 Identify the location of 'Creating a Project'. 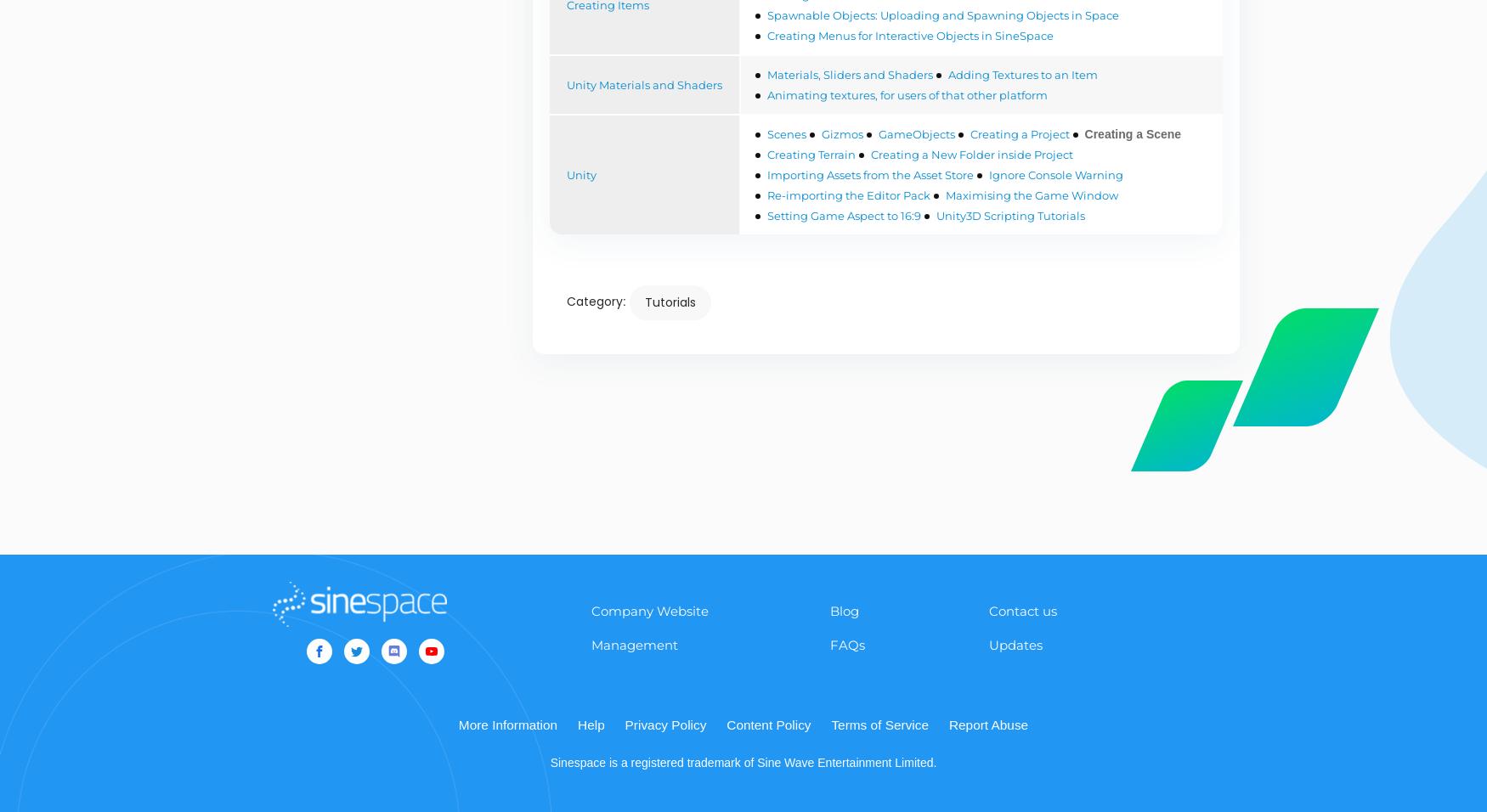
(1019, 133).